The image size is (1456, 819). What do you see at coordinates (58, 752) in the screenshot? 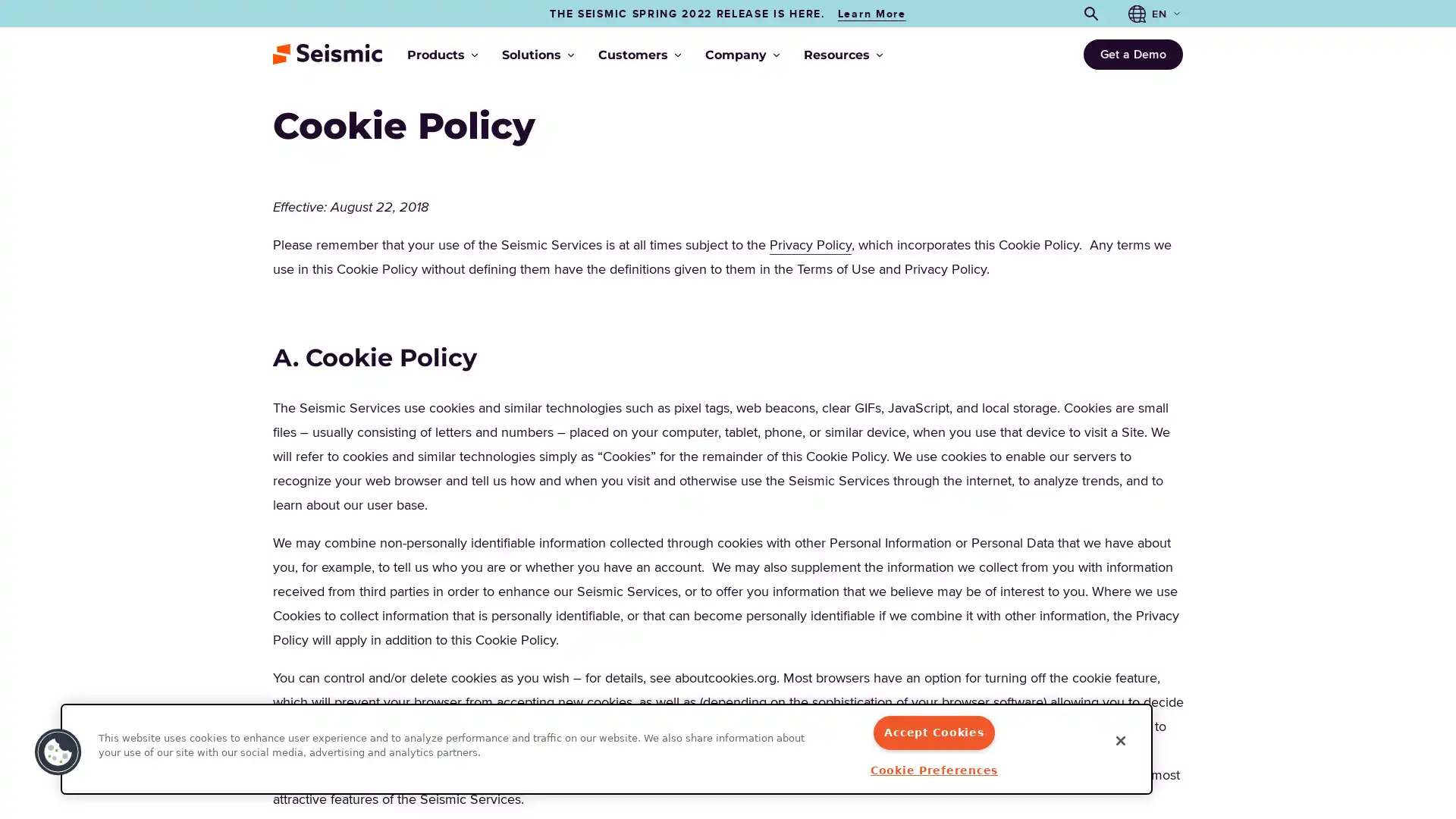
I see `Cookies` at bounding box center [58, 752].